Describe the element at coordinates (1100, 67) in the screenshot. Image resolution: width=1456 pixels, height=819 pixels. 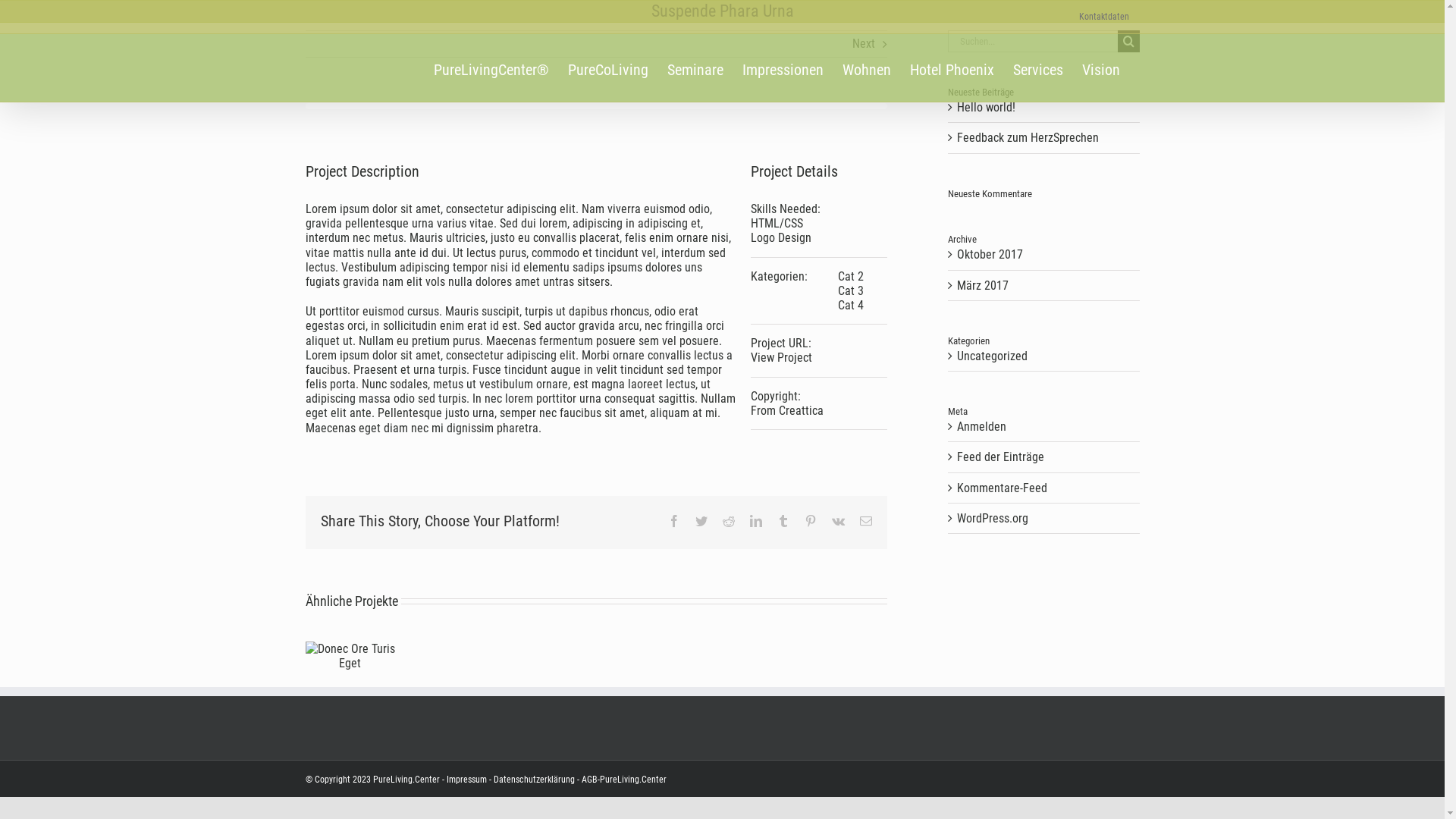
I see `'Vision'` at that location.